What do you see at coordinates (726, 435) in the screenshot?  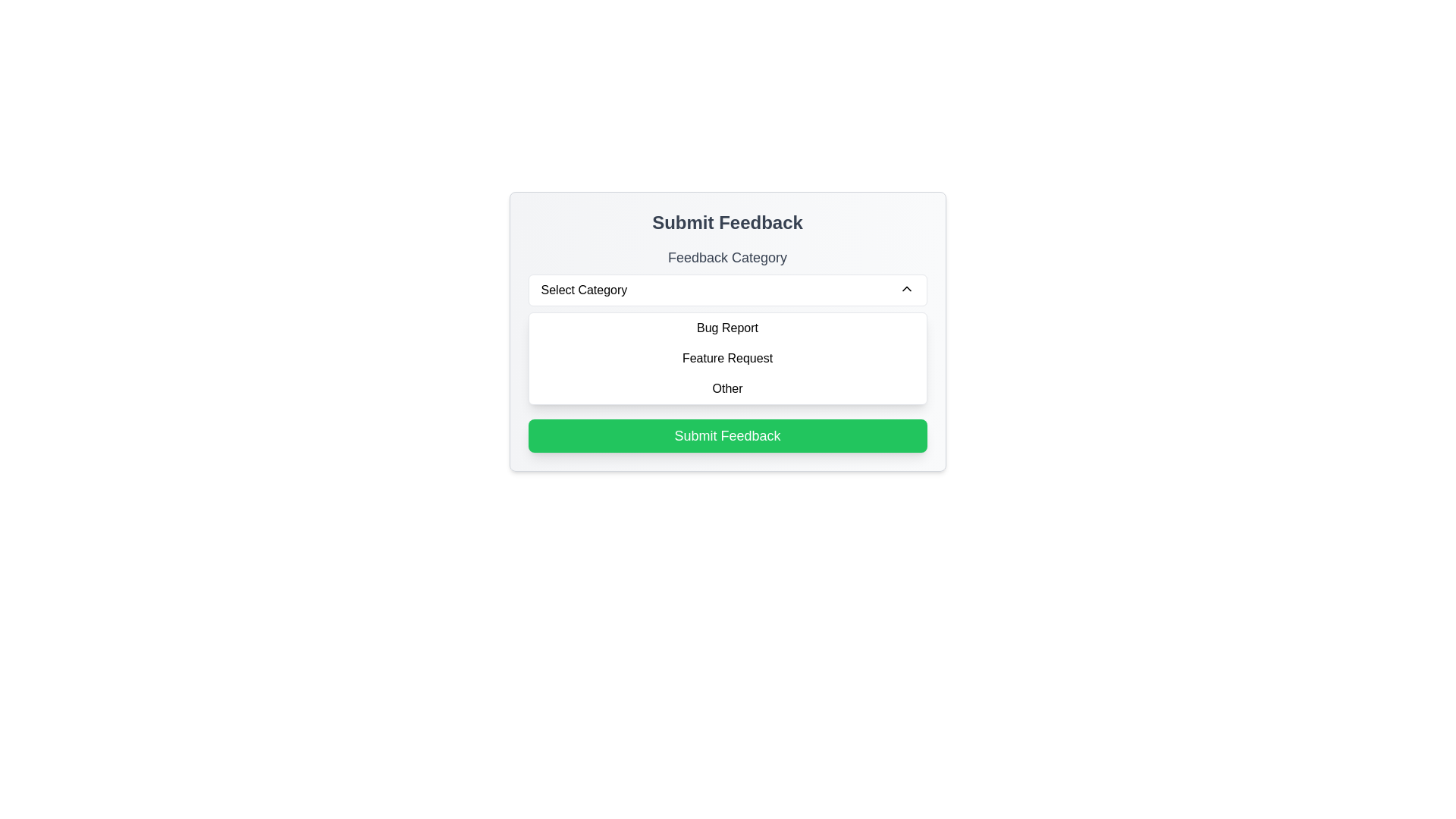 I see `the submission button located below the 'Your Feedback' text input field in the feedback submission form` at bounding box center [726, 435].